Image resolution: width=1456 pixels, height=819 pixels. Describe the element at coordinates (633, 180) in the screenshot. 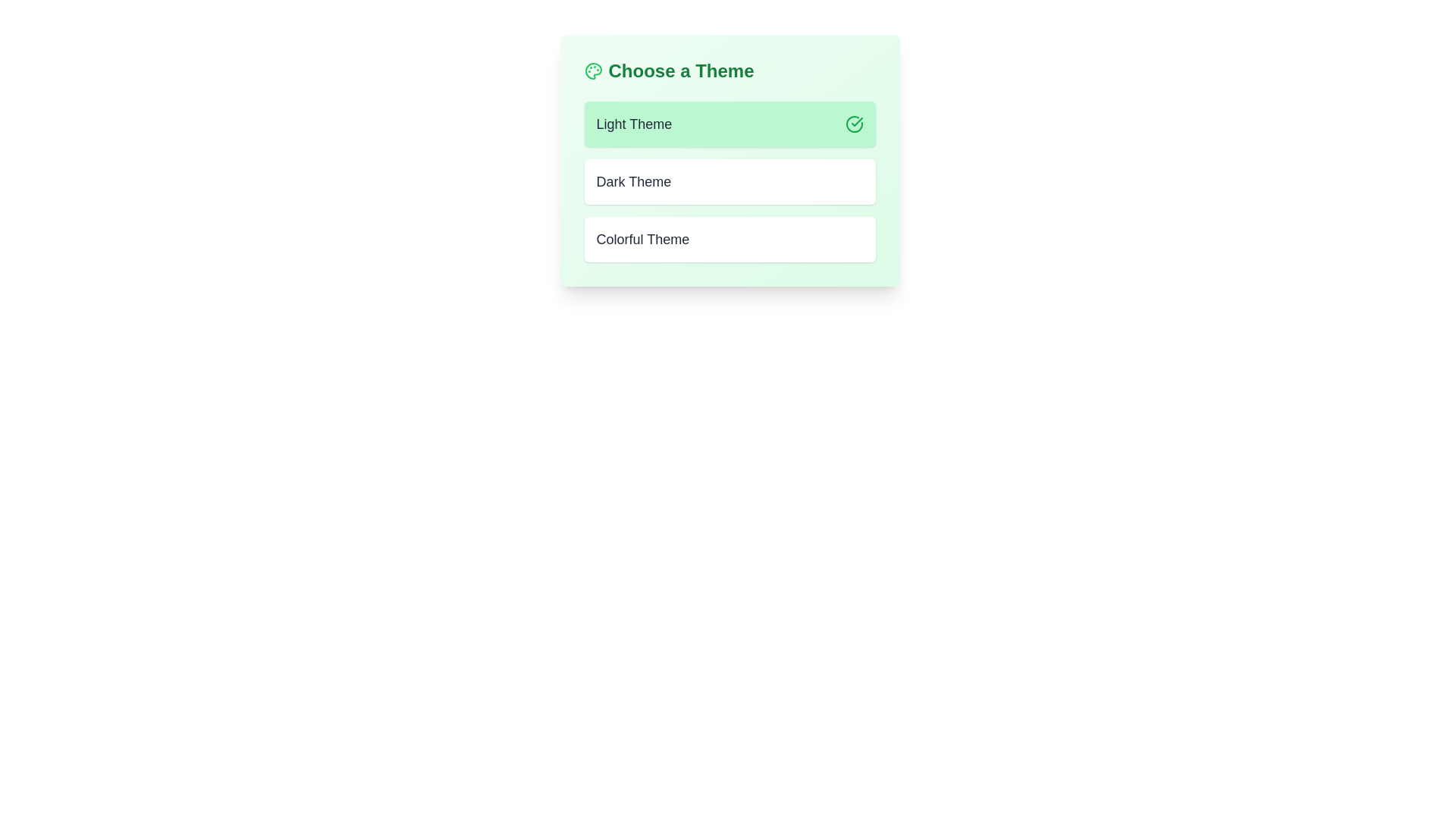

I see `the 'Dark Theme' text label, which is displayed in a bold, large font with a gray tone, located in the middle section of the theme selection interface` at that location.